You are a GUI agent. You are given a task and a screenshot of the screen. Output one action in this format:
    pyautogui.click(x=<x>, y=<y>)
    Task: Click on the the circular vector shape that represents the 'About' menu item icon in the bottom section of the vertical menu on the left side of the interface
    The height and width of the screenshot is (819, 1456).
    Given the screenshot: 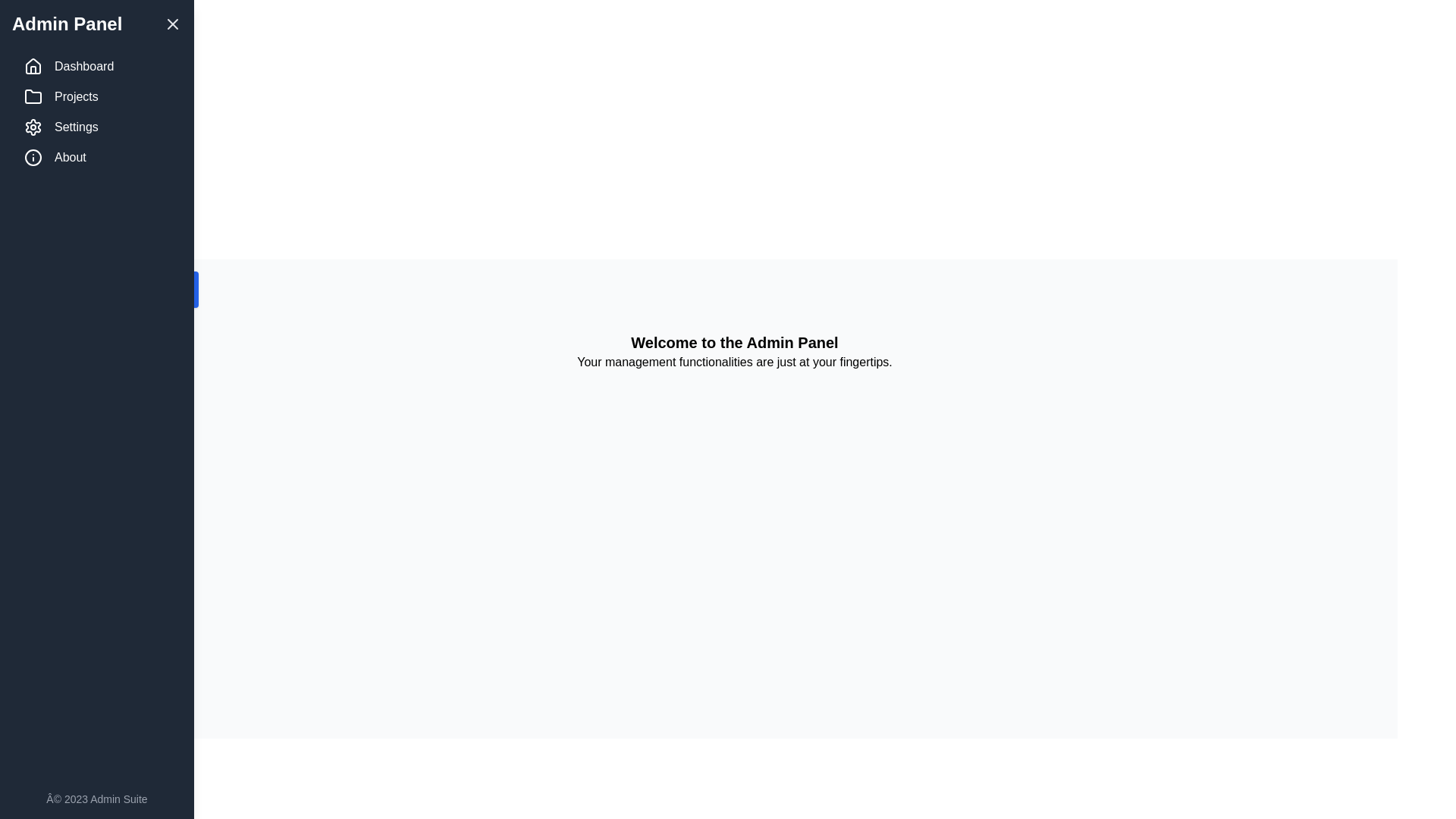 What is the action you would take?
    pyautogui.click(x=33, y=158)
    